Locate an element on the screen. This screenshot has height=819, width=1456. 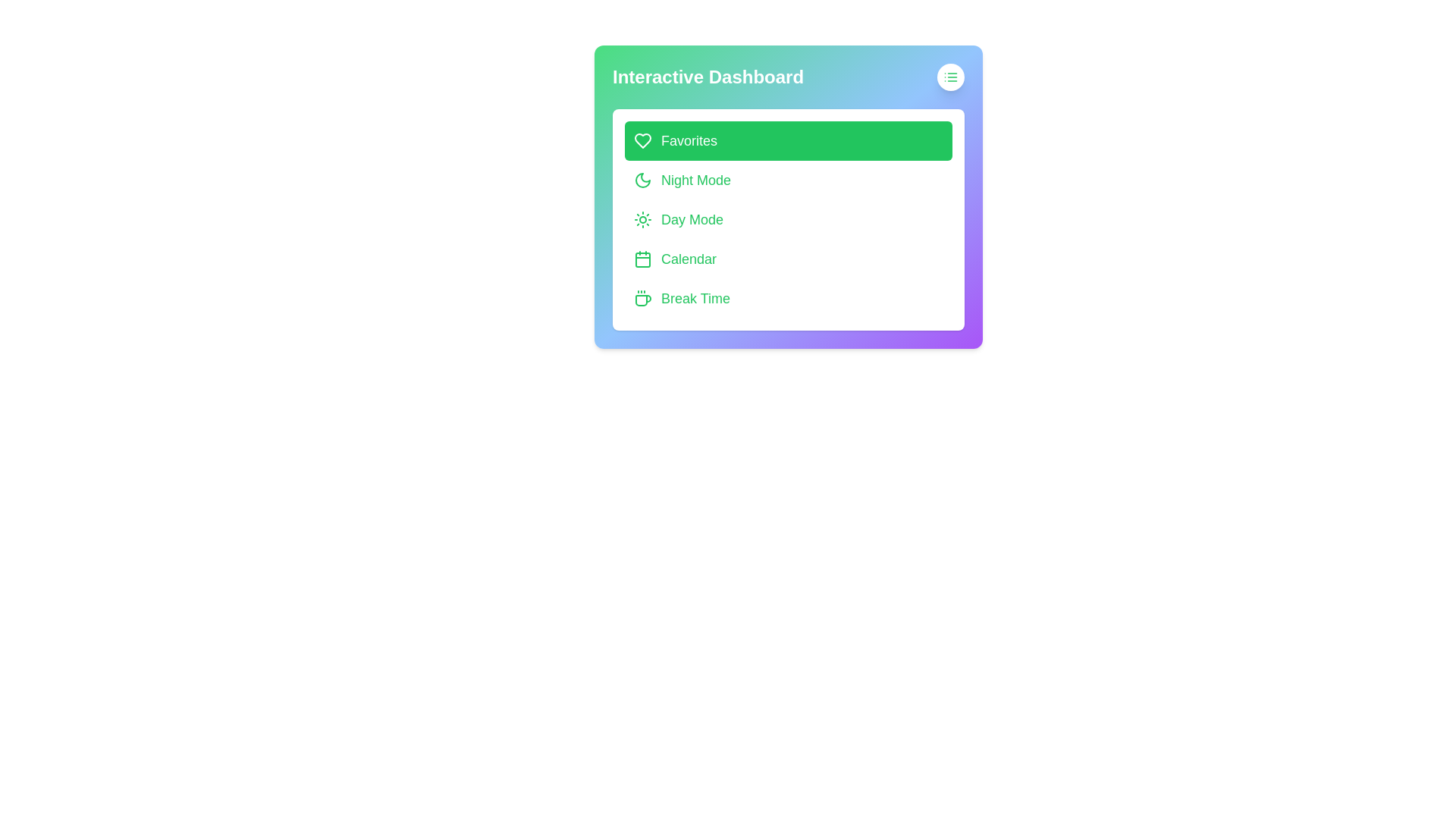
the menu item Day Mode to observe its hover effect is located at coordinates (789, 219).